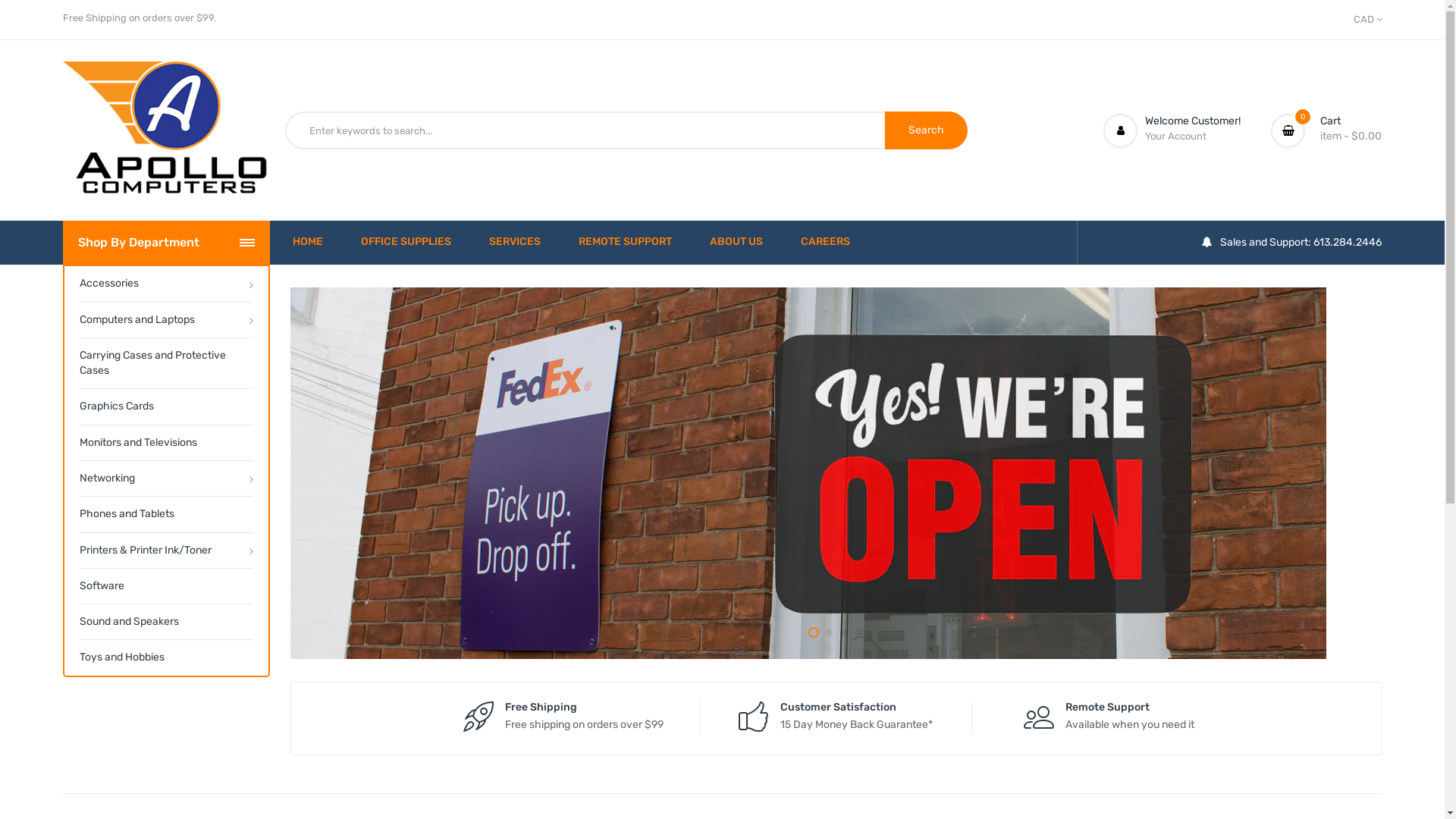  I want to click on 'ABOUT US', so click(736, 241).